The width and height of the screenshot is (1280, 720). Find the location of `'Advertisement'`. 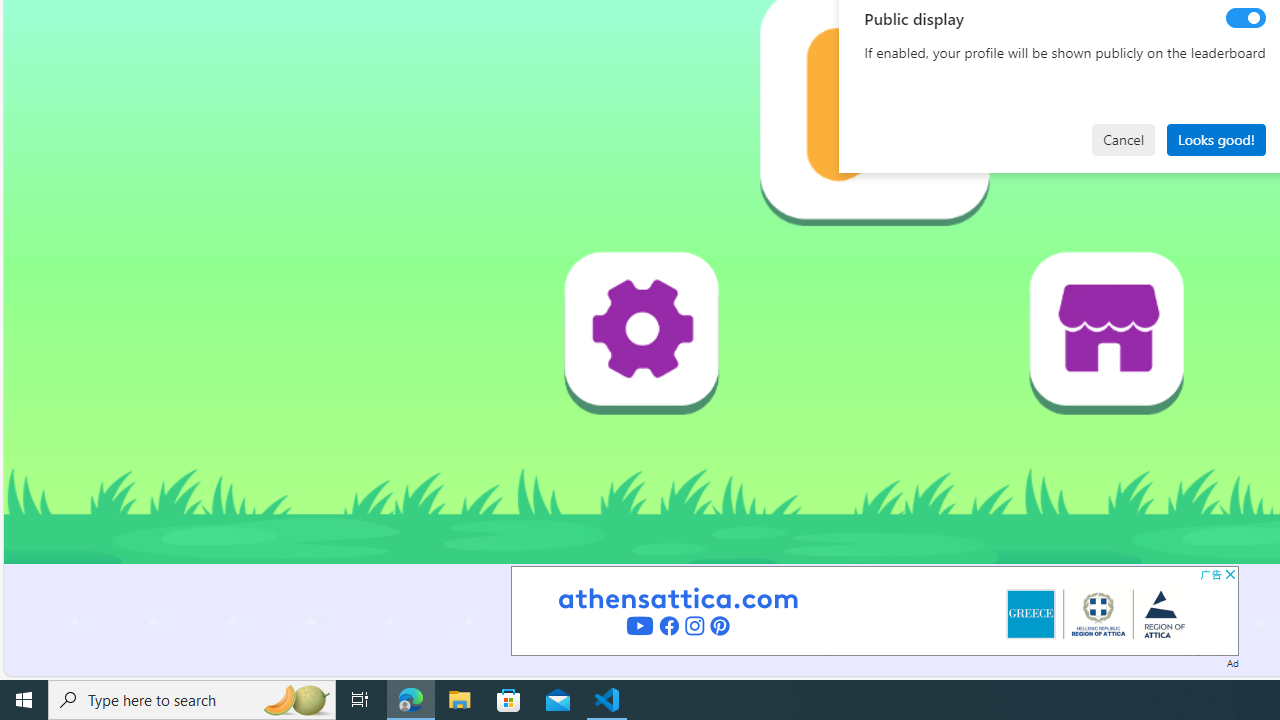

'Advertisement' is located at coordinates (874, 609).